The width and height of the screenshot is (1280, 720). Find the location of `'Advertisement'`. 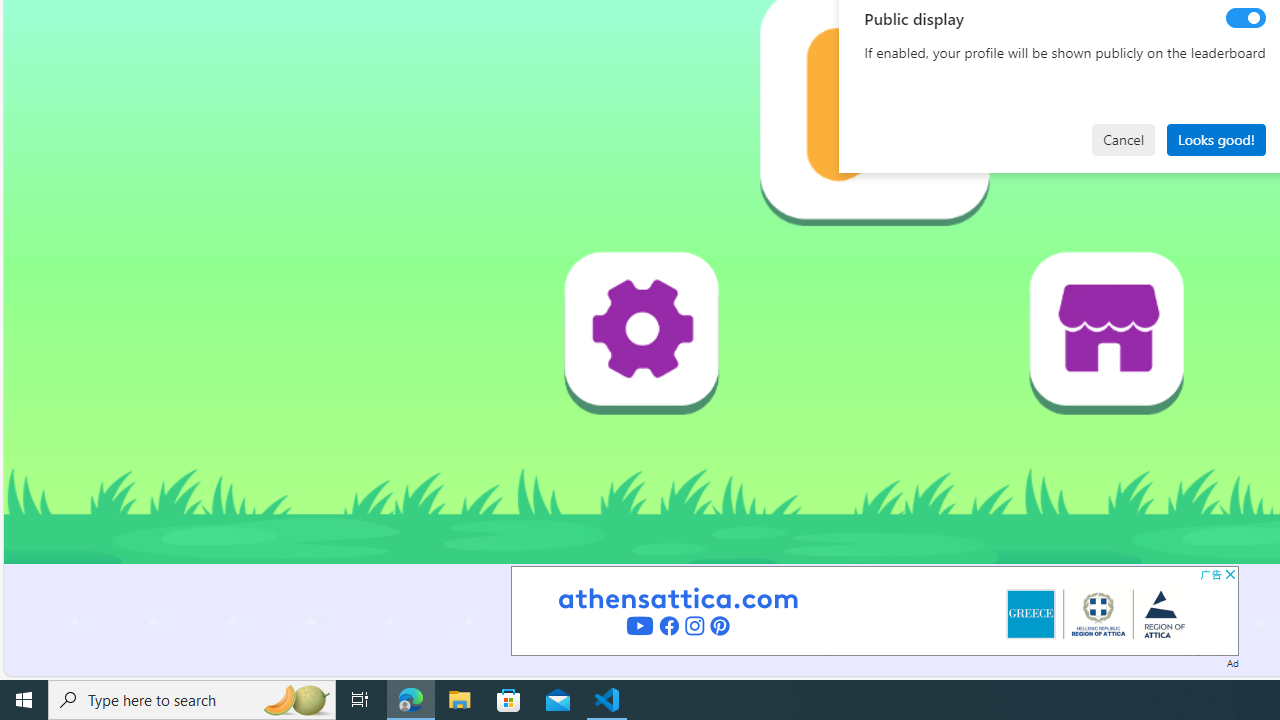

'Advertisement' is located at coordinates (874, 609).